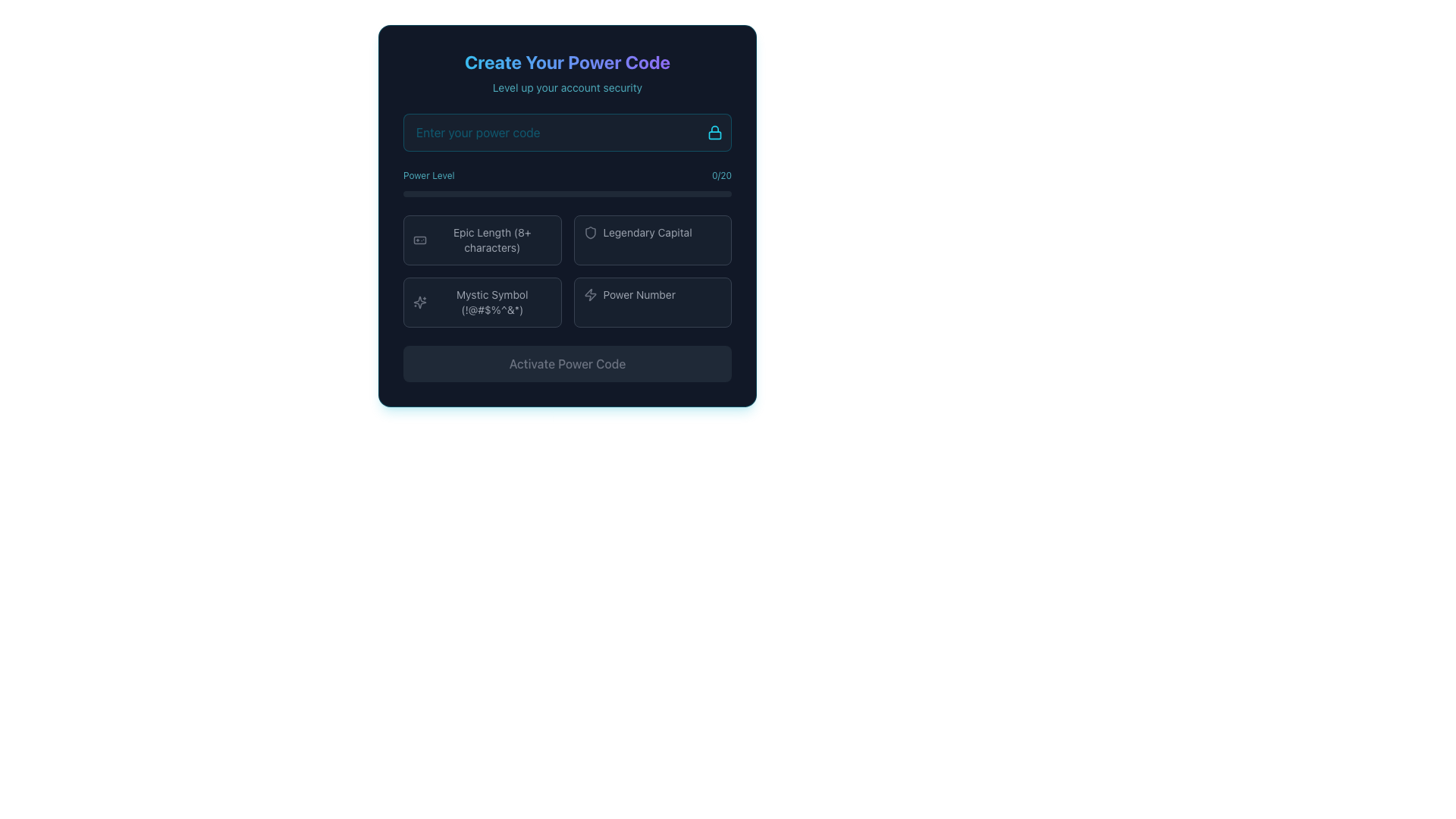  What do you see at coordinates (482, 302) in the screenshot?
I see `the selectable card labeled 'Mystic Symbol (!@#$%^&*)' with a dark background and rounded corners, positioned in the second row, first column of the grid` at bounding box center [482, 302].